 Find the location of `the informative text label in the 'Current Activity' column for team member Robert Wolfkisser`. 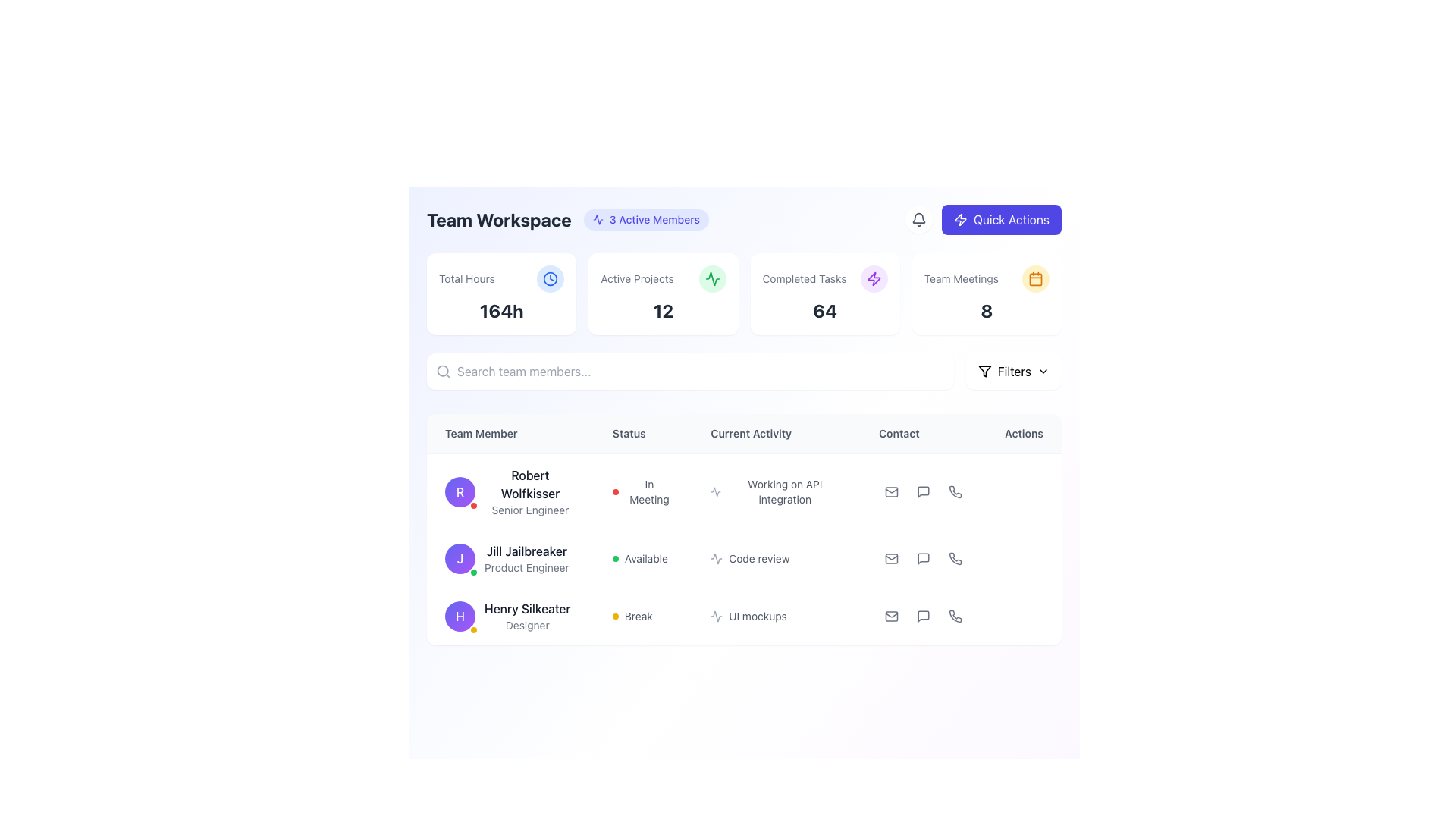

the informative text label in the 'Current Activity' column for team member Robert Wolfkisser is located at coordinates (785, 491).